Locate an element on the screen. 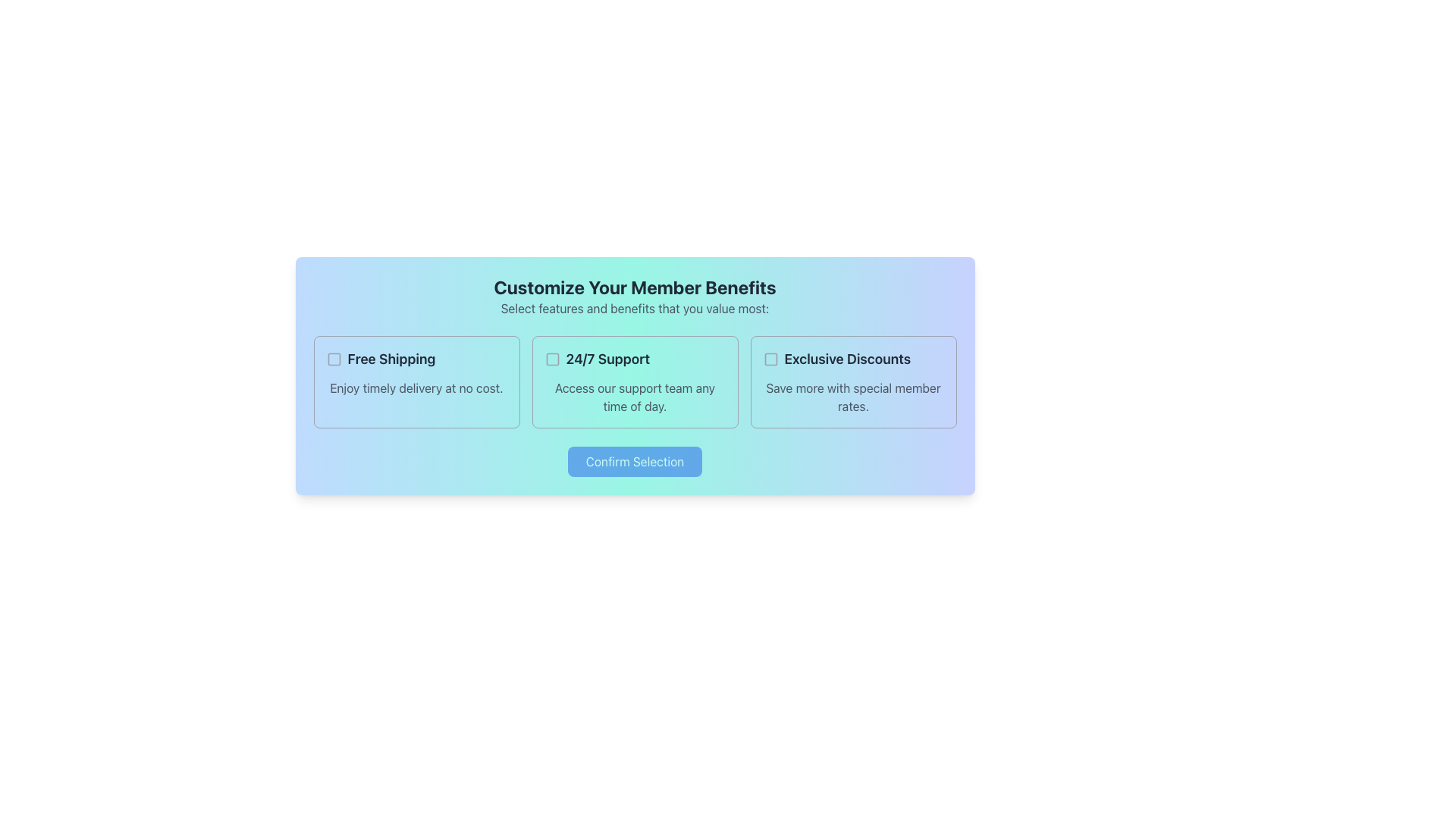  text label that displays 'Exclusive Discounts', which is styled in bold, large black font and is positioned to the rightmost side among three benefit options is located at coordinates (846, 359).